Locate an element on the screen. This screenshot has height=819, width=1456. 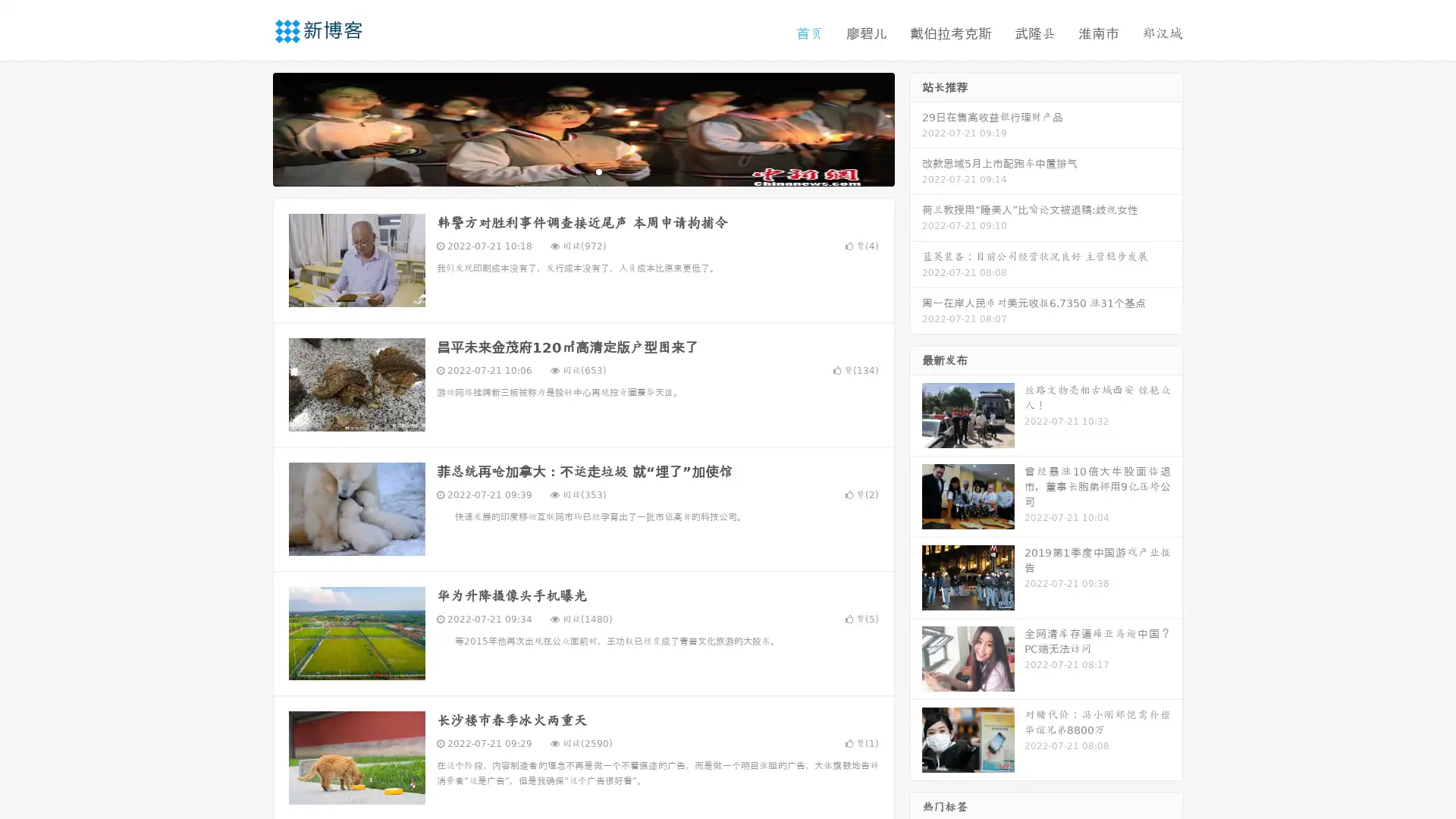
Go to slide 2 is located at coordinates (582, 171).